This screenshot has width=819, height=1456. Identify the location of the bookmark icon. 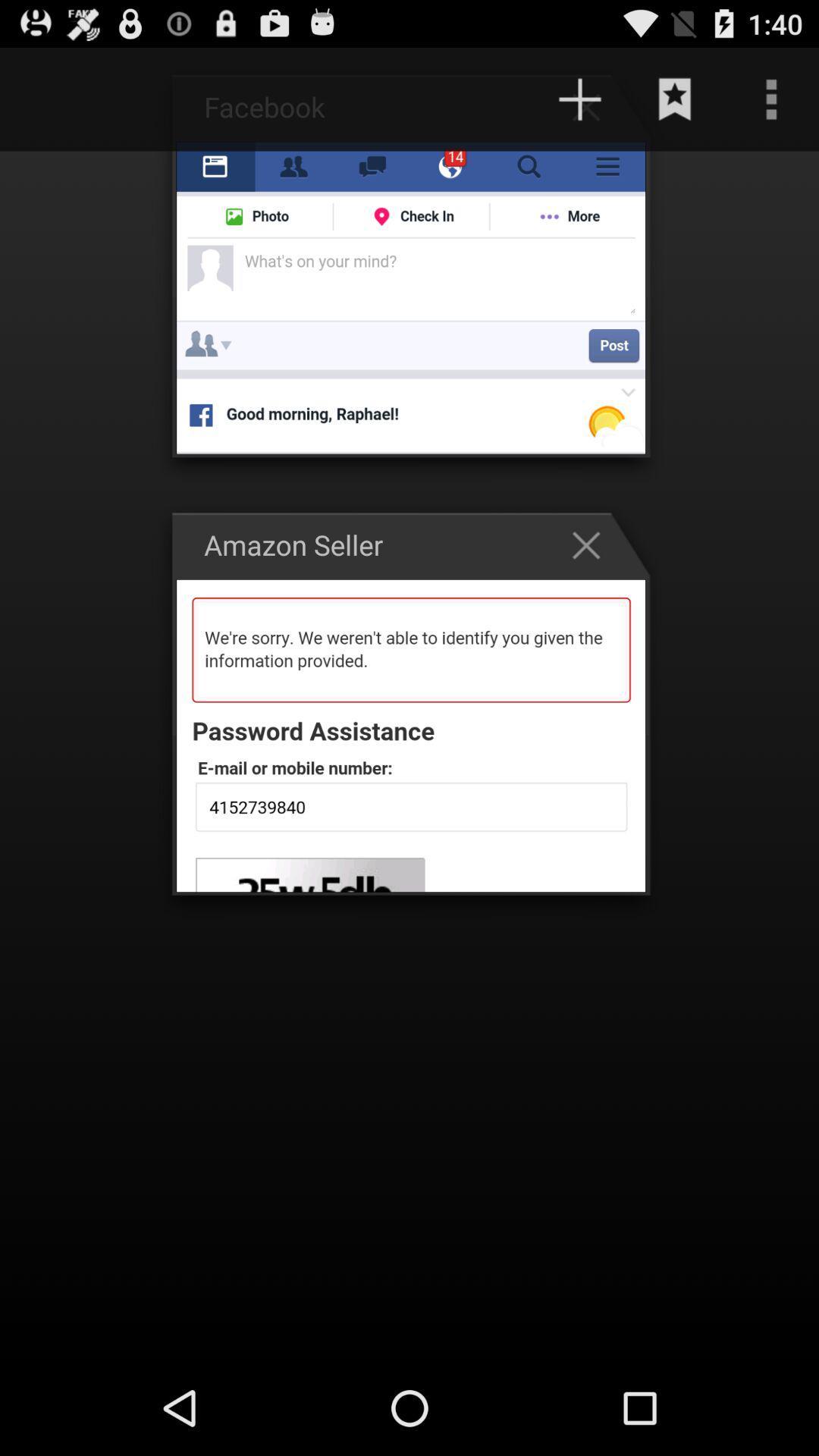
(675, 105).